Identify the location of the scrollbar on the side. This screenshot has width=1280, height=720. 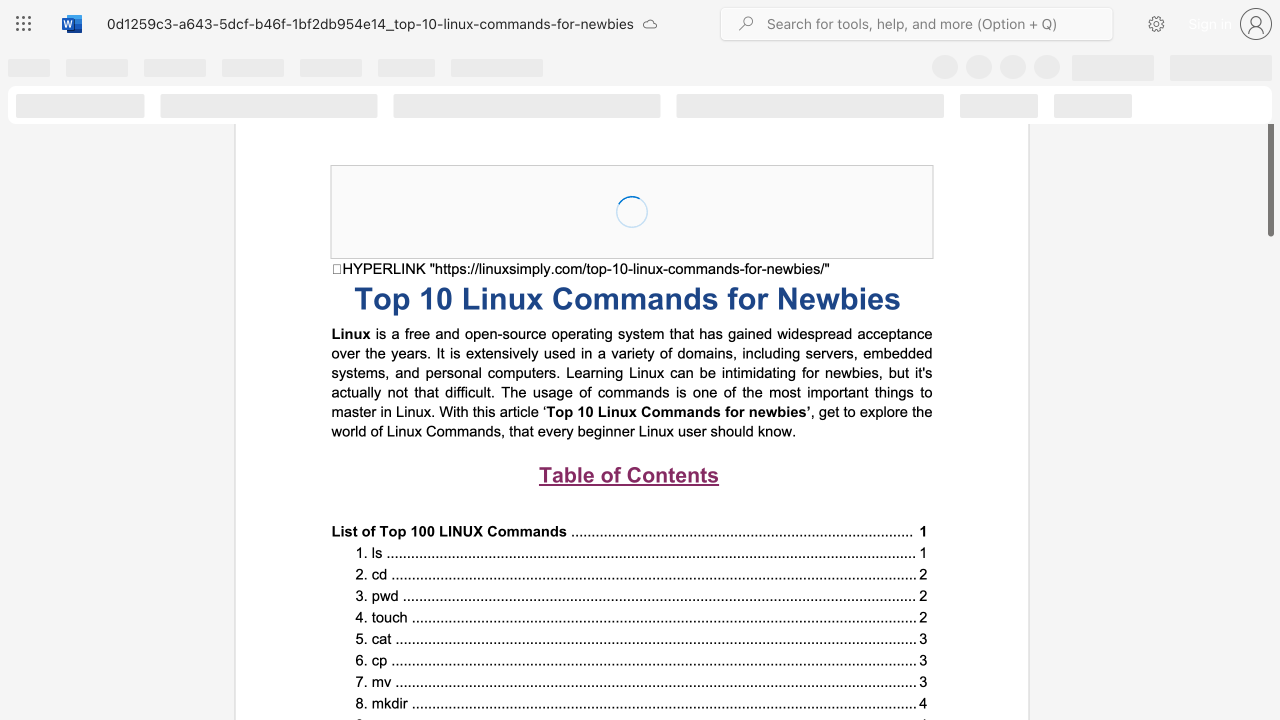
(1269, 560).